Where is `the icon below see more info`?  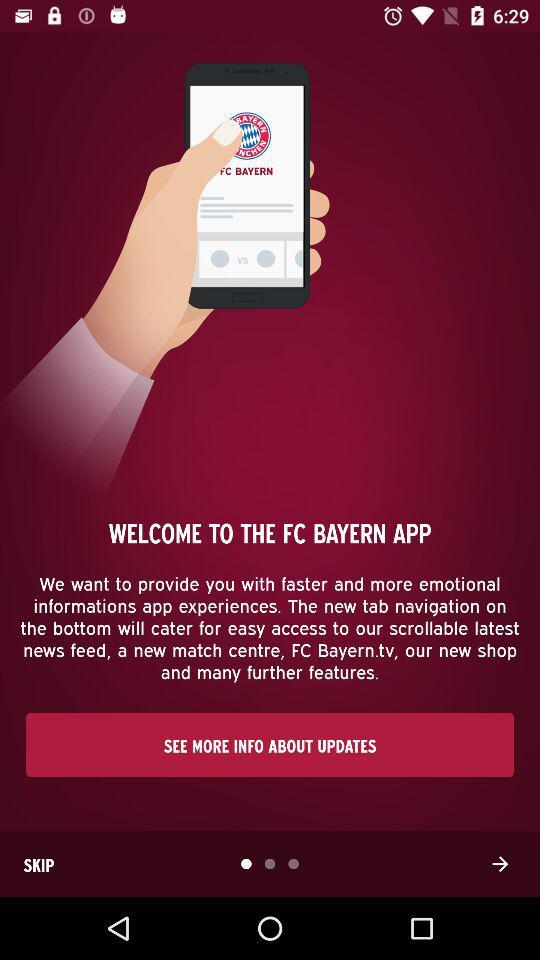 the icon below see more info is located at coordinates (499, 863).